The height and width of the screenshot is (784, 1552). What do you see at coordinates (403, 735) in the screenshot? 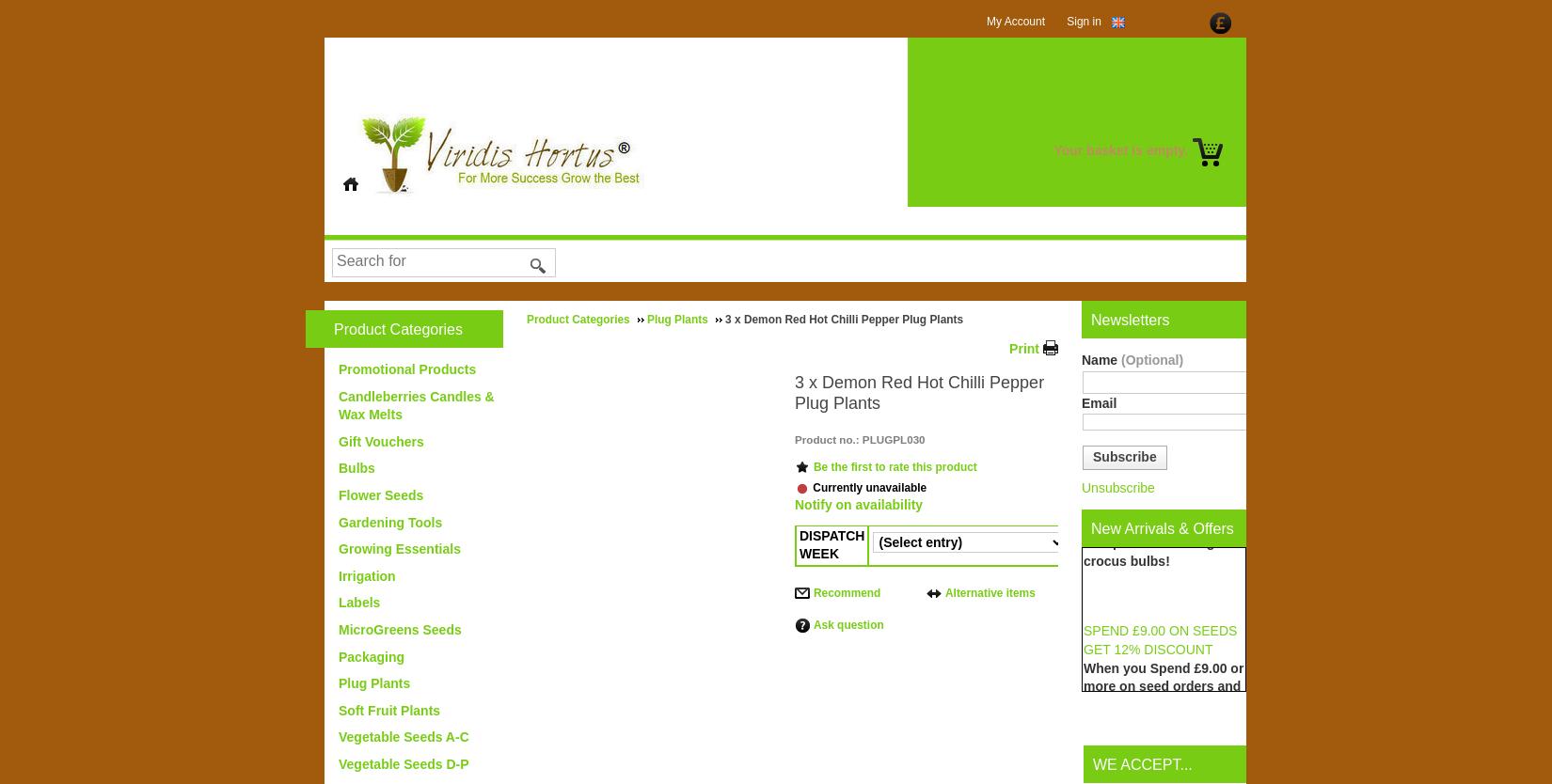
I see `'Vegetable Seeds A-C'` at bounding box center [403, 735].